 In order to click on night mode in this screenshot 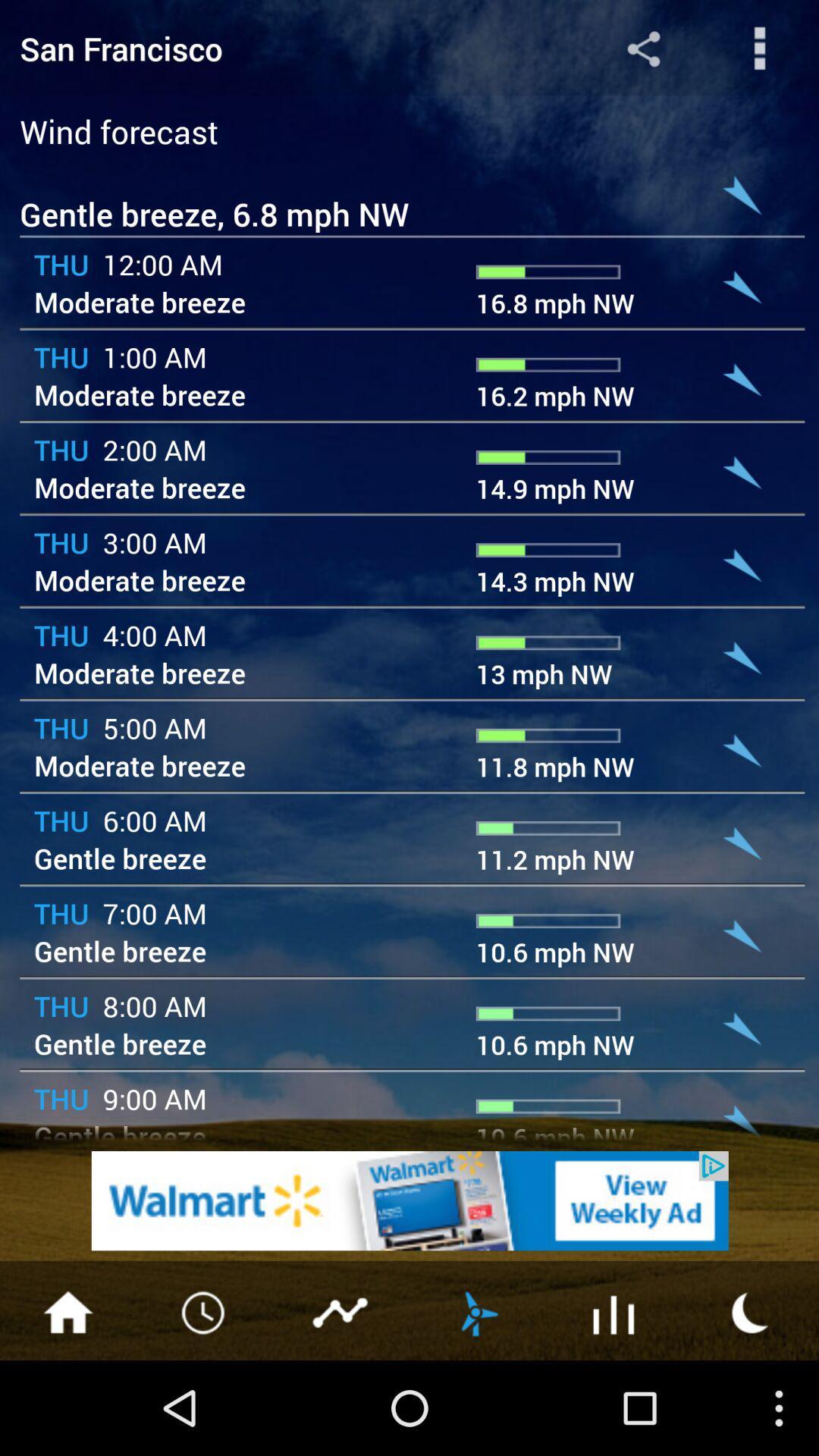, I will do `click(751, 1310)`.